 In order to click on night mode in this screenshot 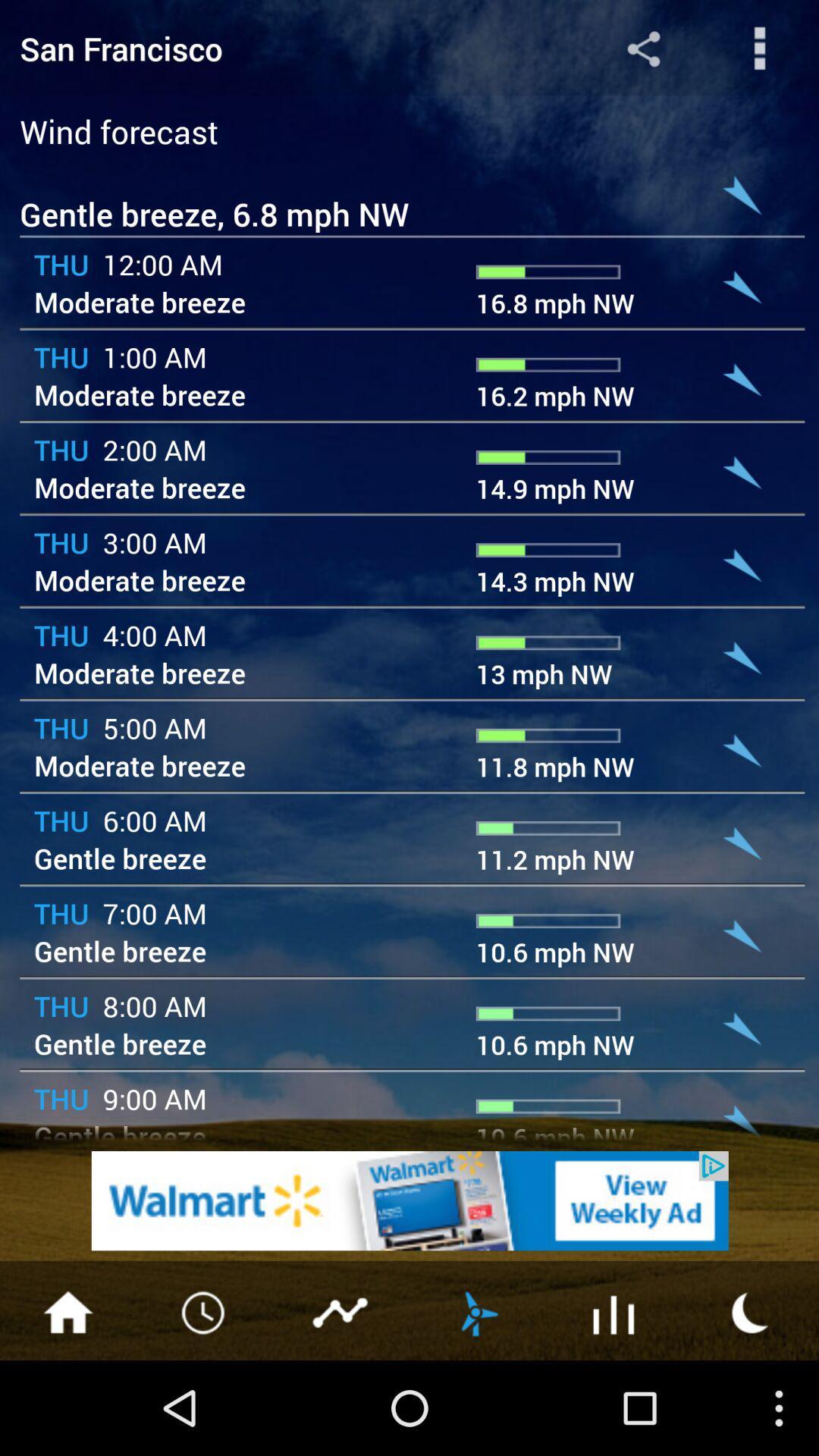, I will do `click(751, 1310)`.